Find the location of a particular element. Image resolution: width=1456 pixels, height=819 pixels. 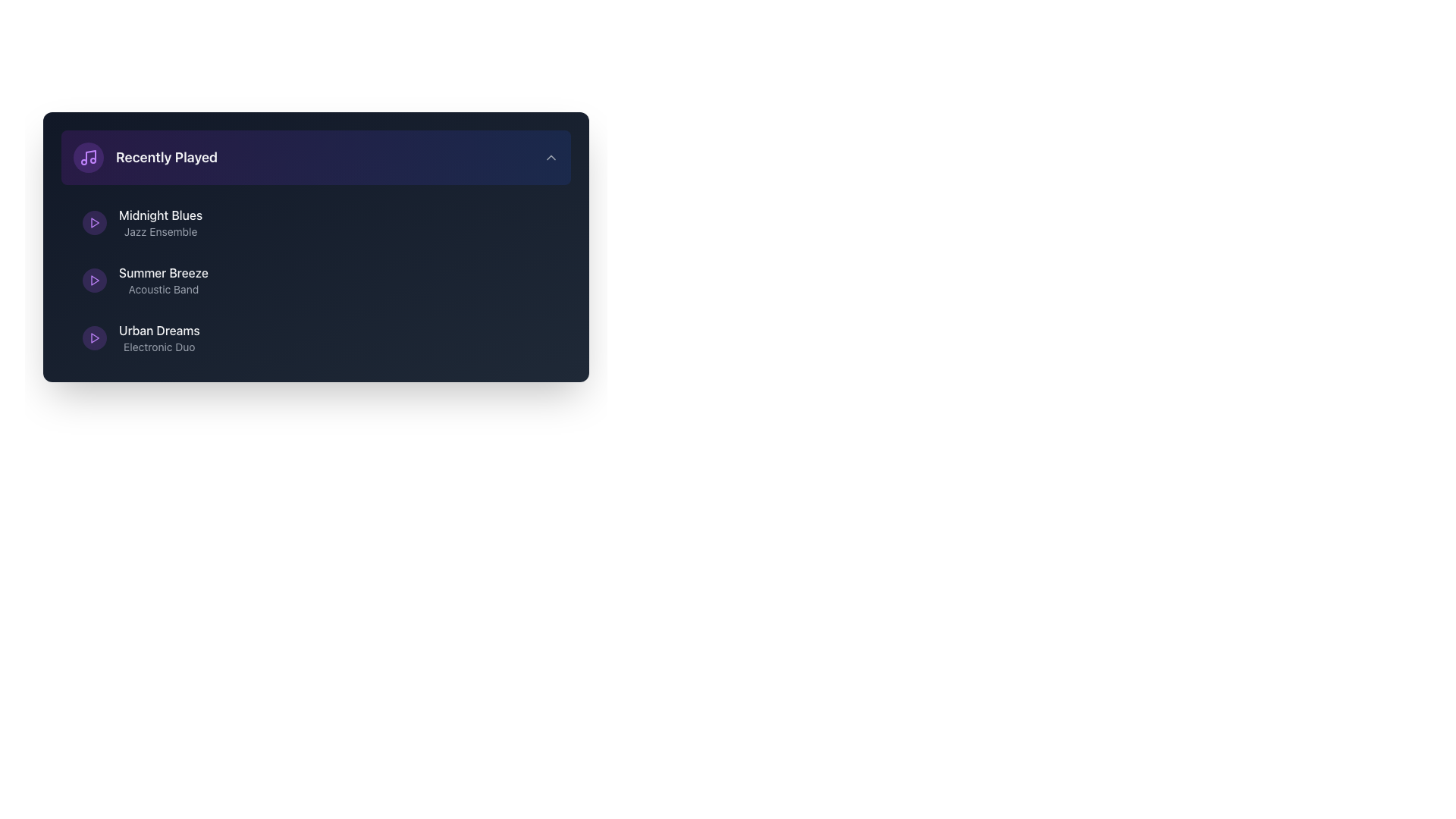

the triangular play button icon with a purple stroke located between the 'Midnight Blues' and 'Urban Dreams' play buttons is located at coordinates (94, 222).